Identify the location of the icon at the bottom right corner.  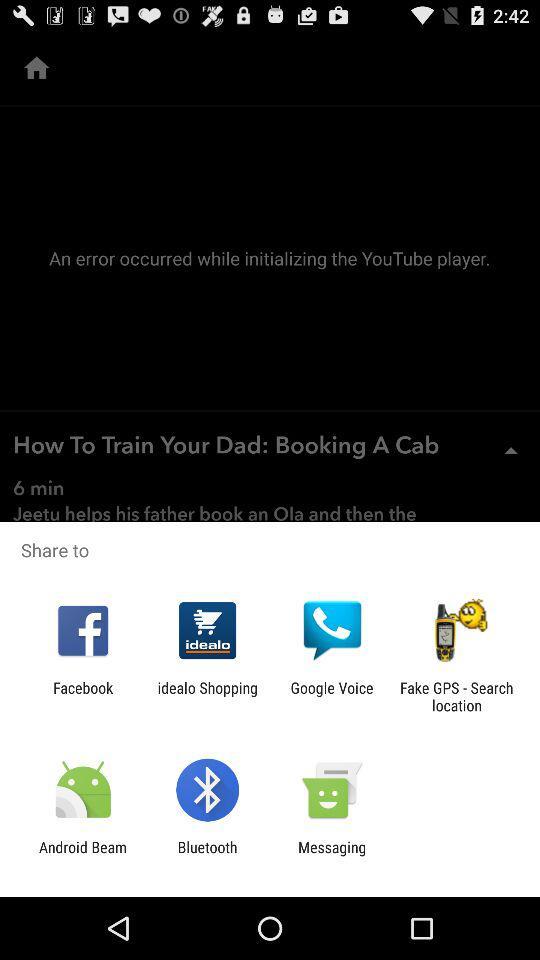
(456, 696).